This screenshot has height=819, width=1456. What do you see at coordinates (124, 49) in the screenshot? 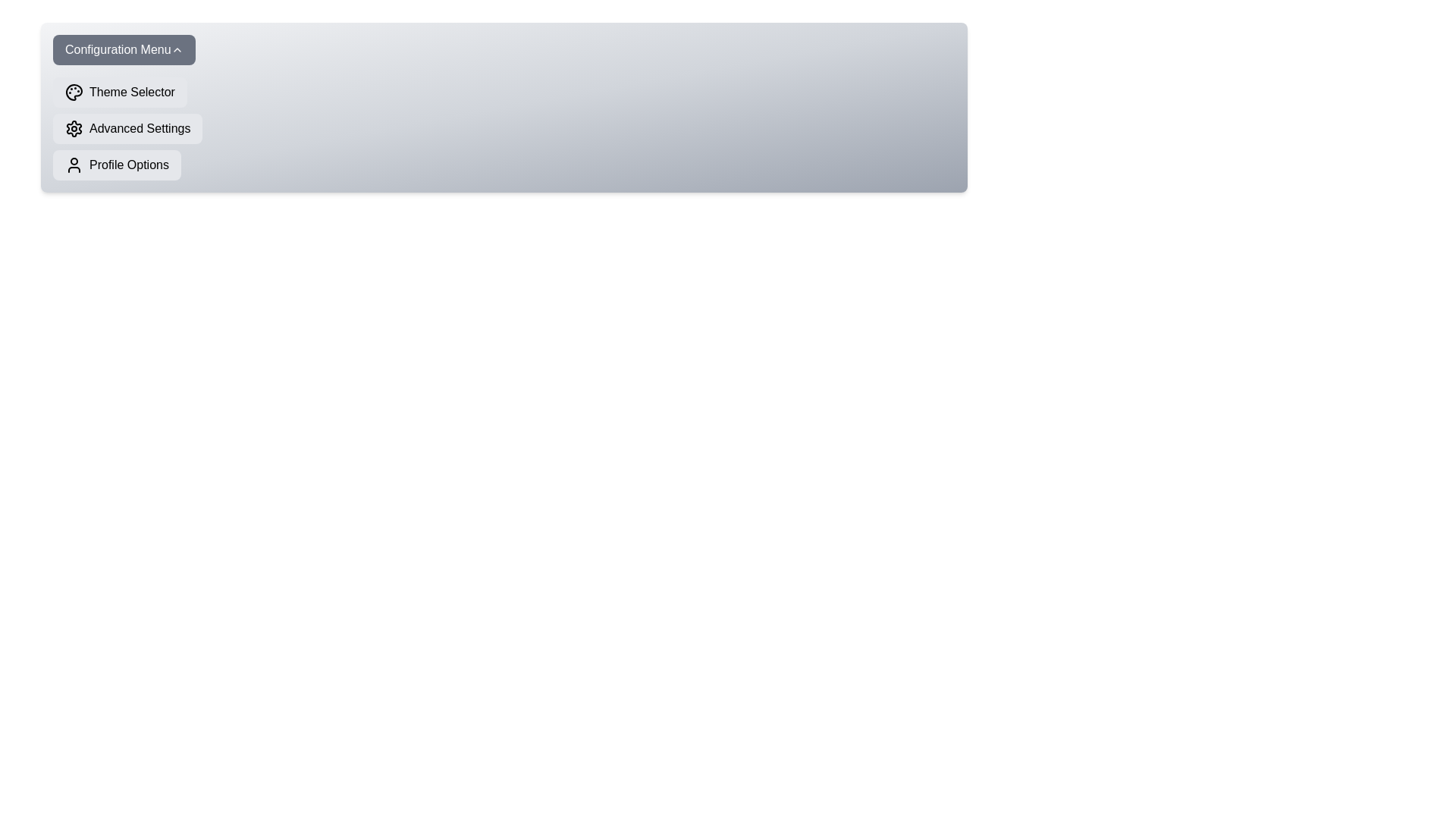
I see `the 'Configuration Menu' button to toggle the visibility of the configuration menu` at bounding box center [124, 49].